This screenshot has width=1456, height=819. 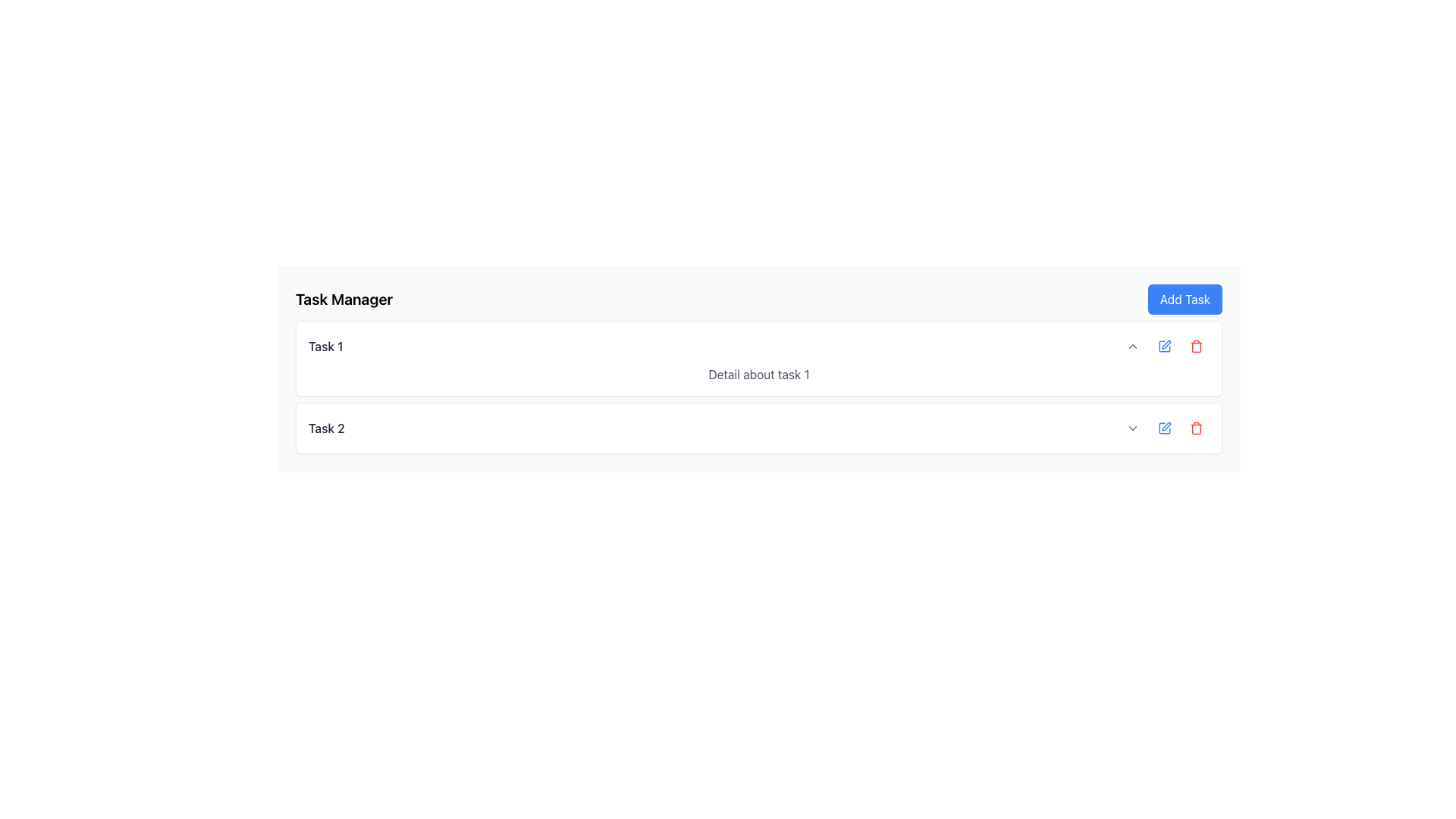 I want to click on the edit task button, which is the second interactive icon on the right side of a task entry in the task manager interface, so click(x=1164, y=346).